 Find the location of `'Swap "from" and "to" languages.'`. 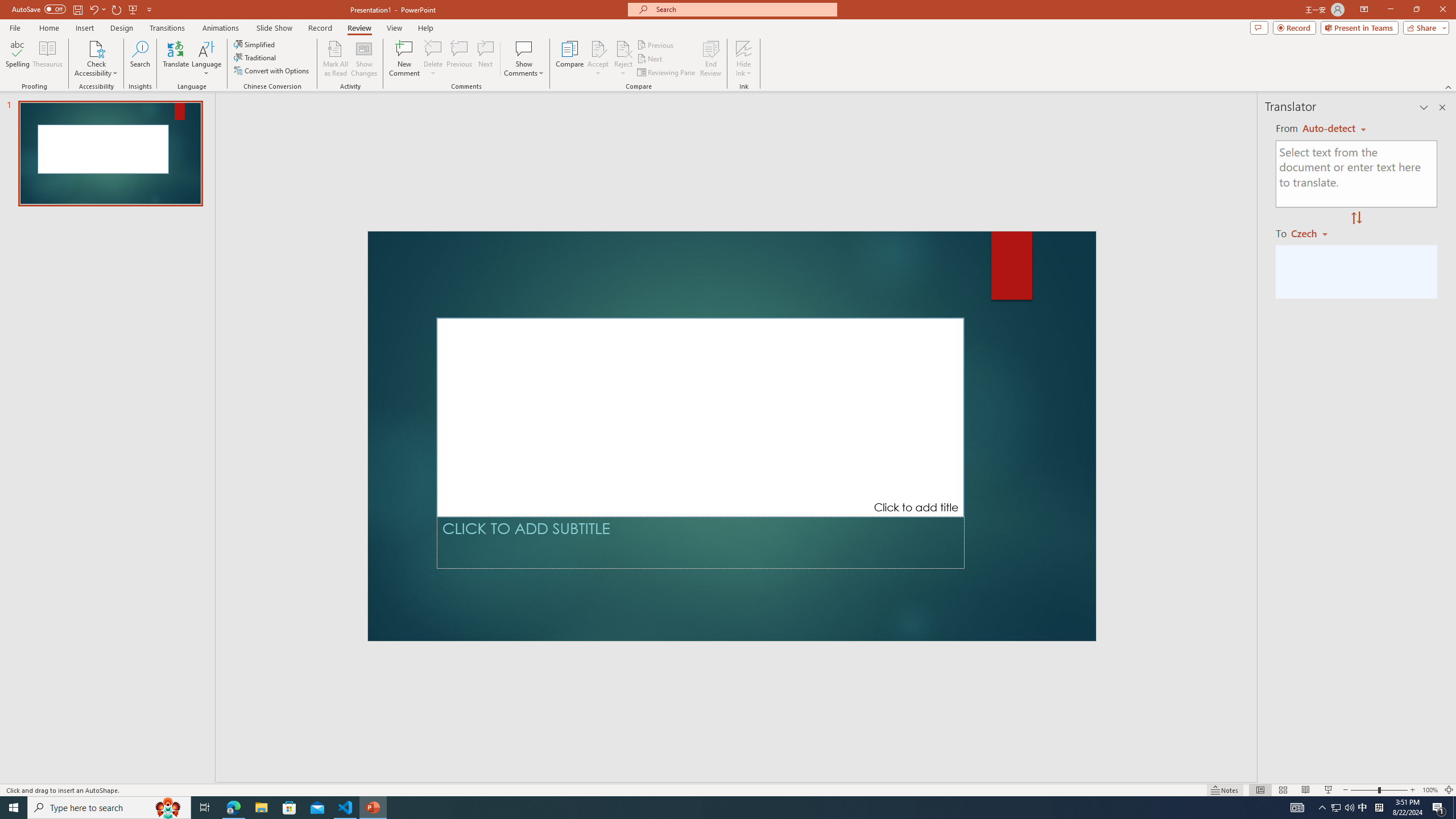

'Swap "from" and "to" languages.' is located at coordinates (1356, 218).